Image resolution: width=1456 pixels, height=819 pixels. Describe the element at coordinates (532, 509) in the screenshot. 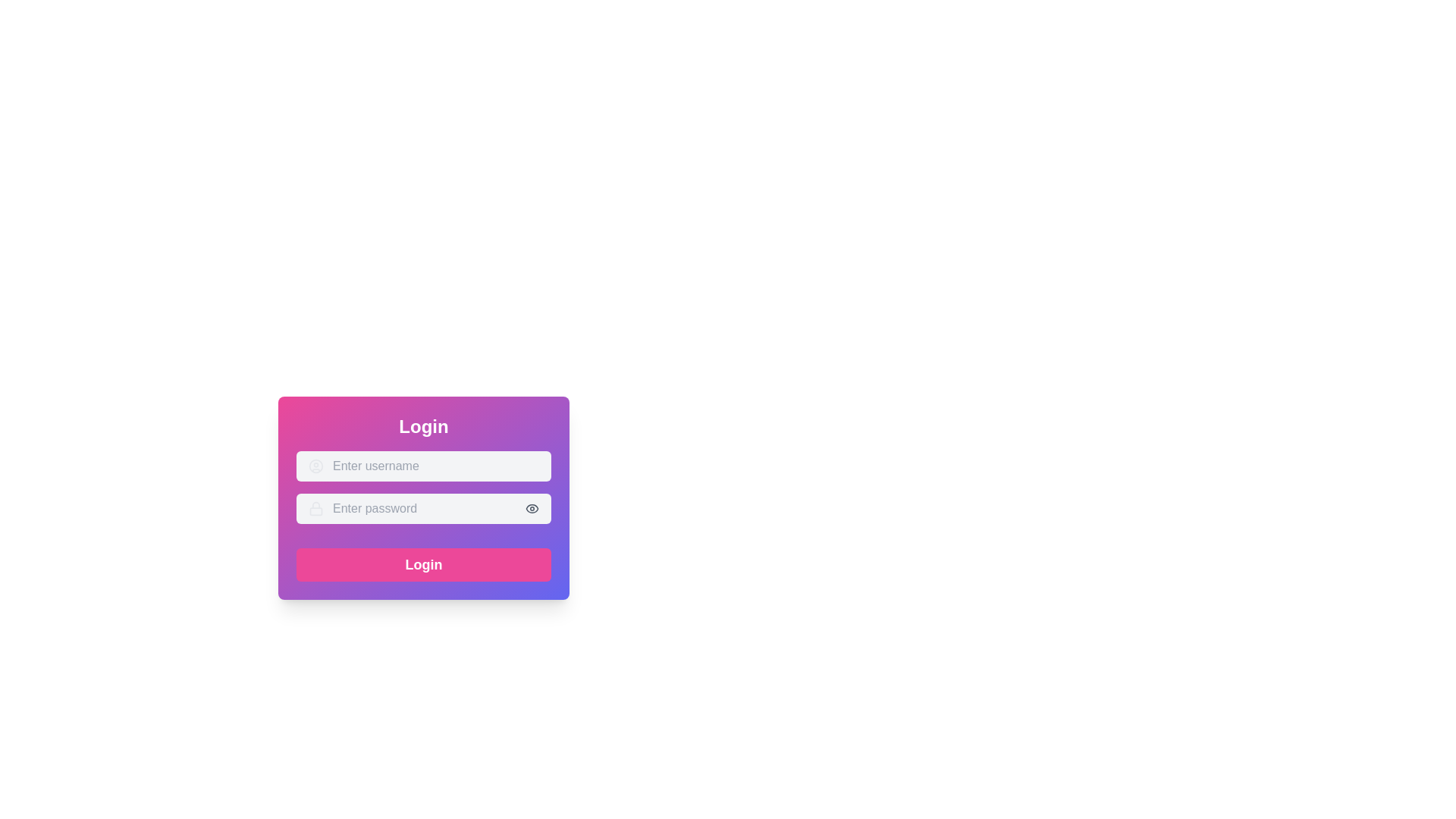

I see `the eye icon button for toggling password visibility, located inside the password input field on the right side` at that location.